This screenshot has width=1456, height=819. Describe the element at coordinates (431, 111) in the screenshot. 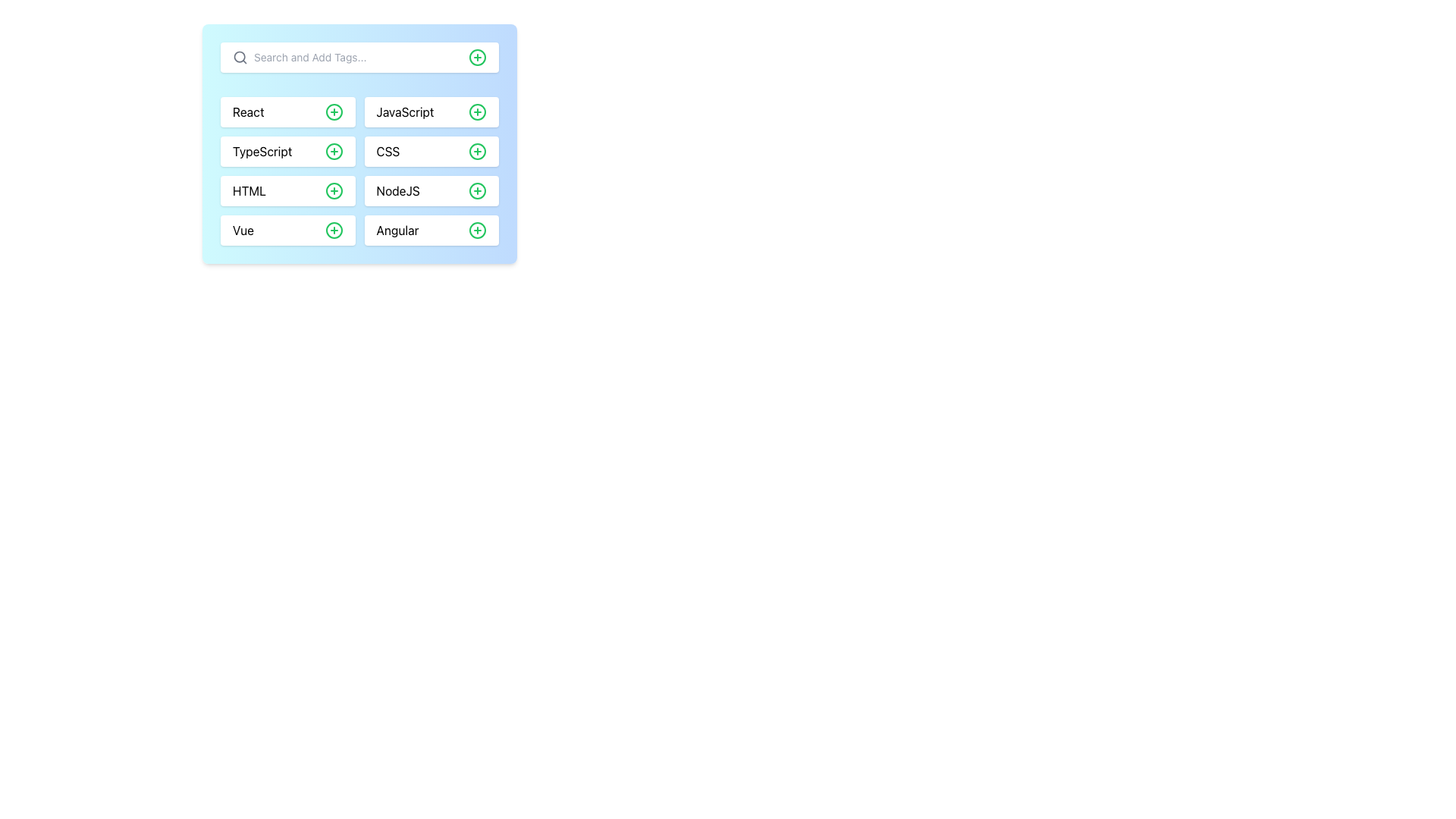

I see `the "JavaScript" button` at that location.